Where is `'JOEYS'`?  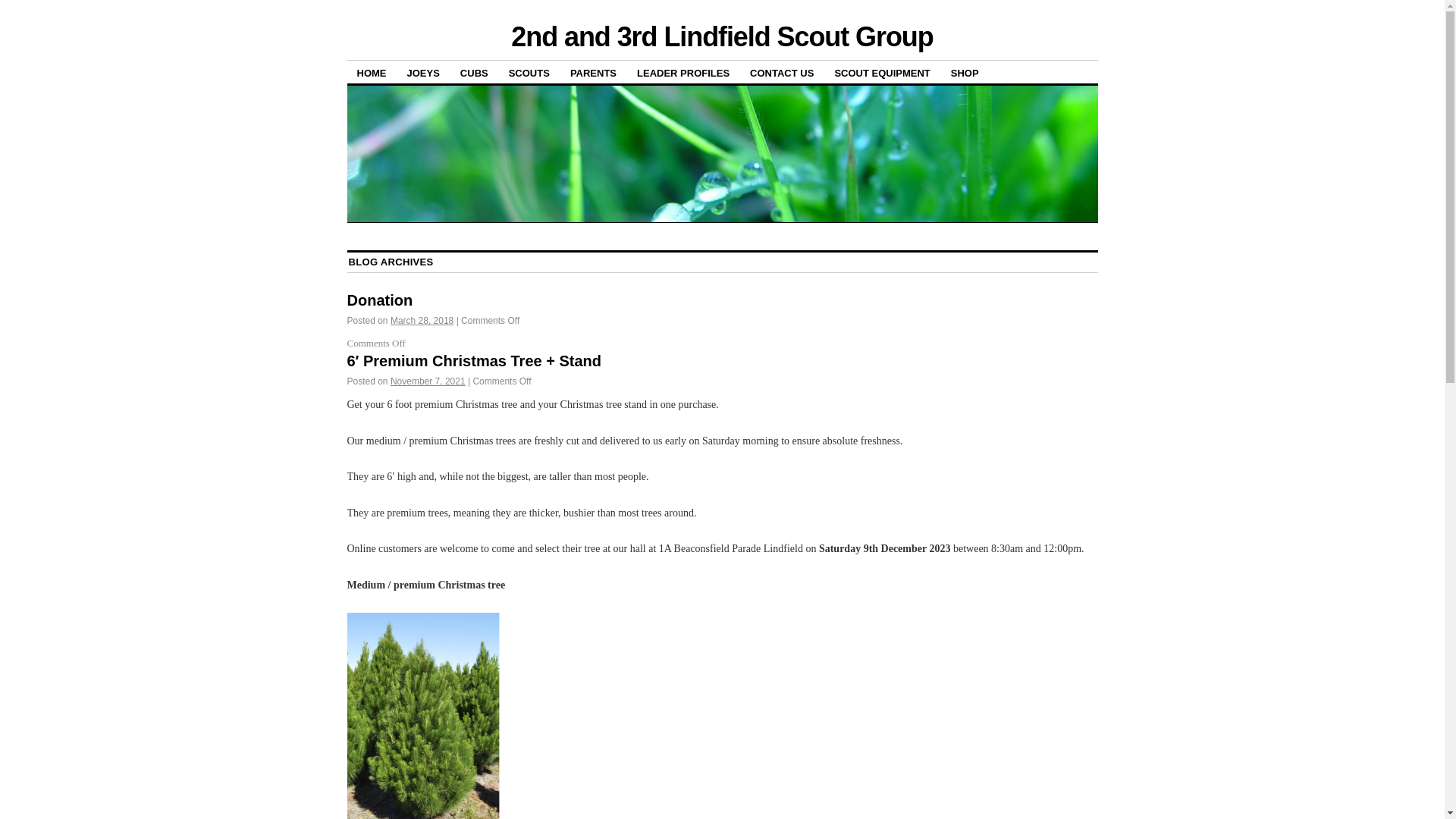 'JOEYS' is located at coordinates (423, 72).